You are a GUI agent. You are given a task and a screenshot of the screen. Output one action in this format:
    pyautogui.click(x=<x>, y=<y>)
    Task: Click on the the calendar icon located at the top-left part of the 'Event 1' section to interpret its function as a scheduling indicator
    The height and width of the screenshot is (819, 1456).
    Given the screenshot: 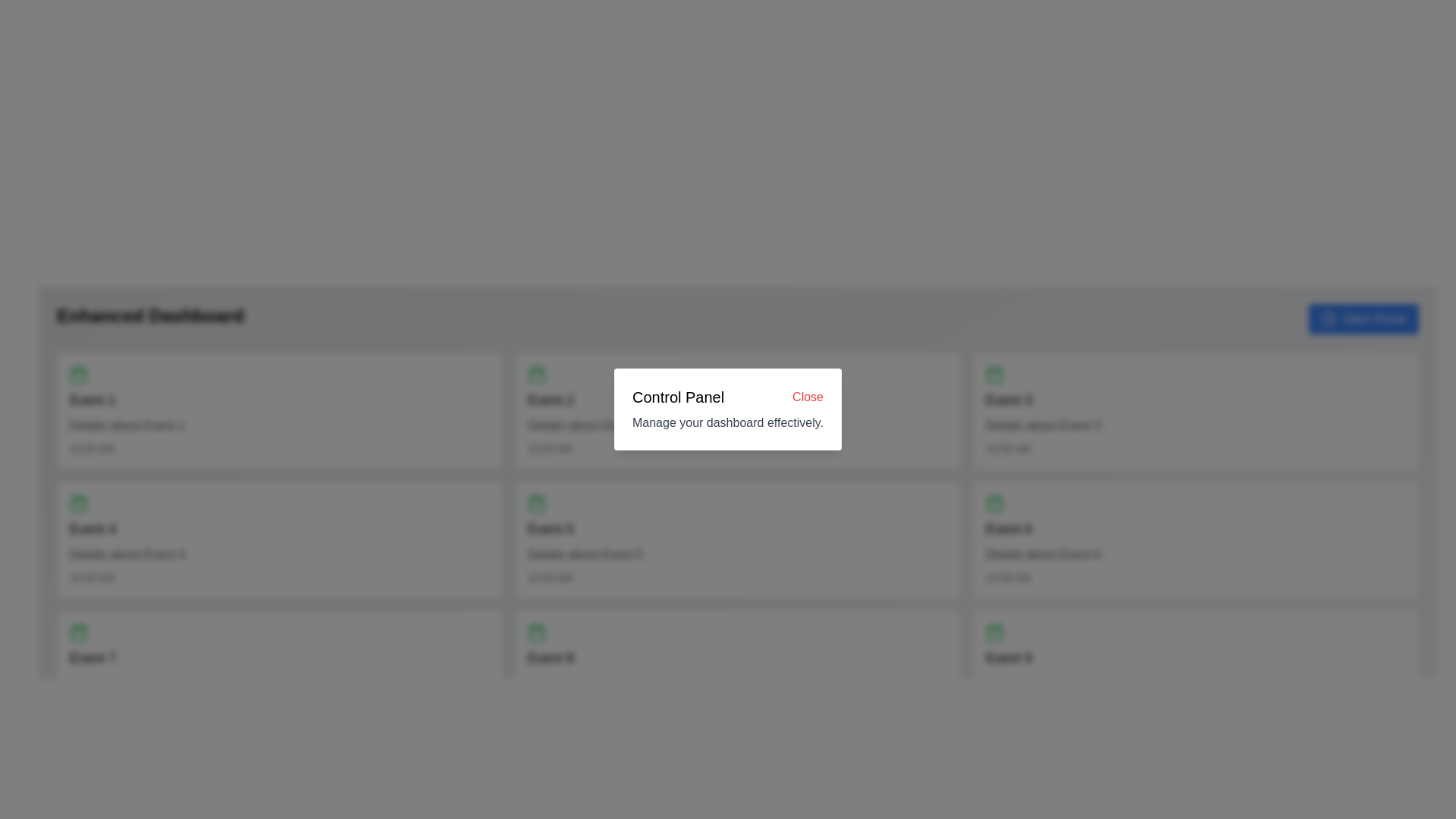 What is the action you would take?
    pyautogui.click(x=78, y=374)
    